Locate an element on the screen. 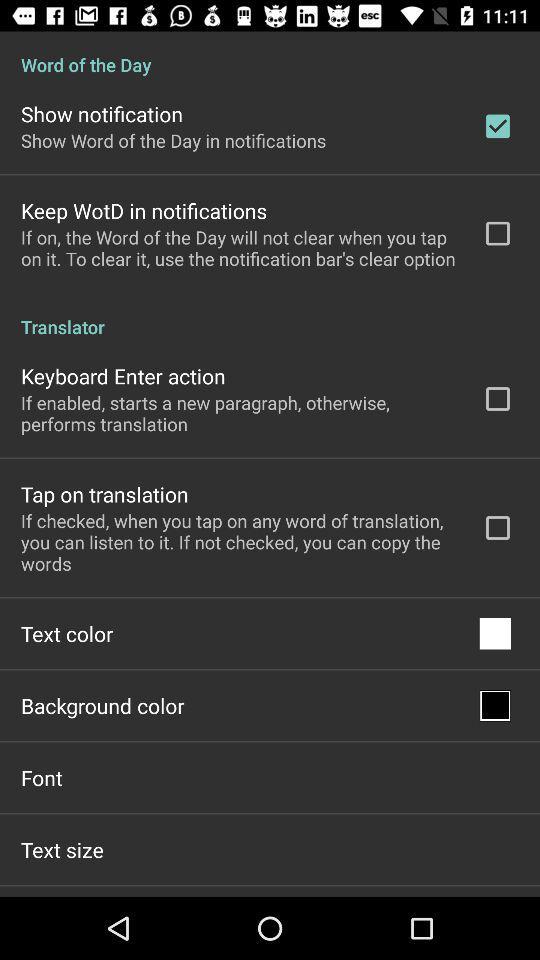 Image resolution: width=540 pixels, height=960 pixels. show notification is located at coordinates (102, 114).